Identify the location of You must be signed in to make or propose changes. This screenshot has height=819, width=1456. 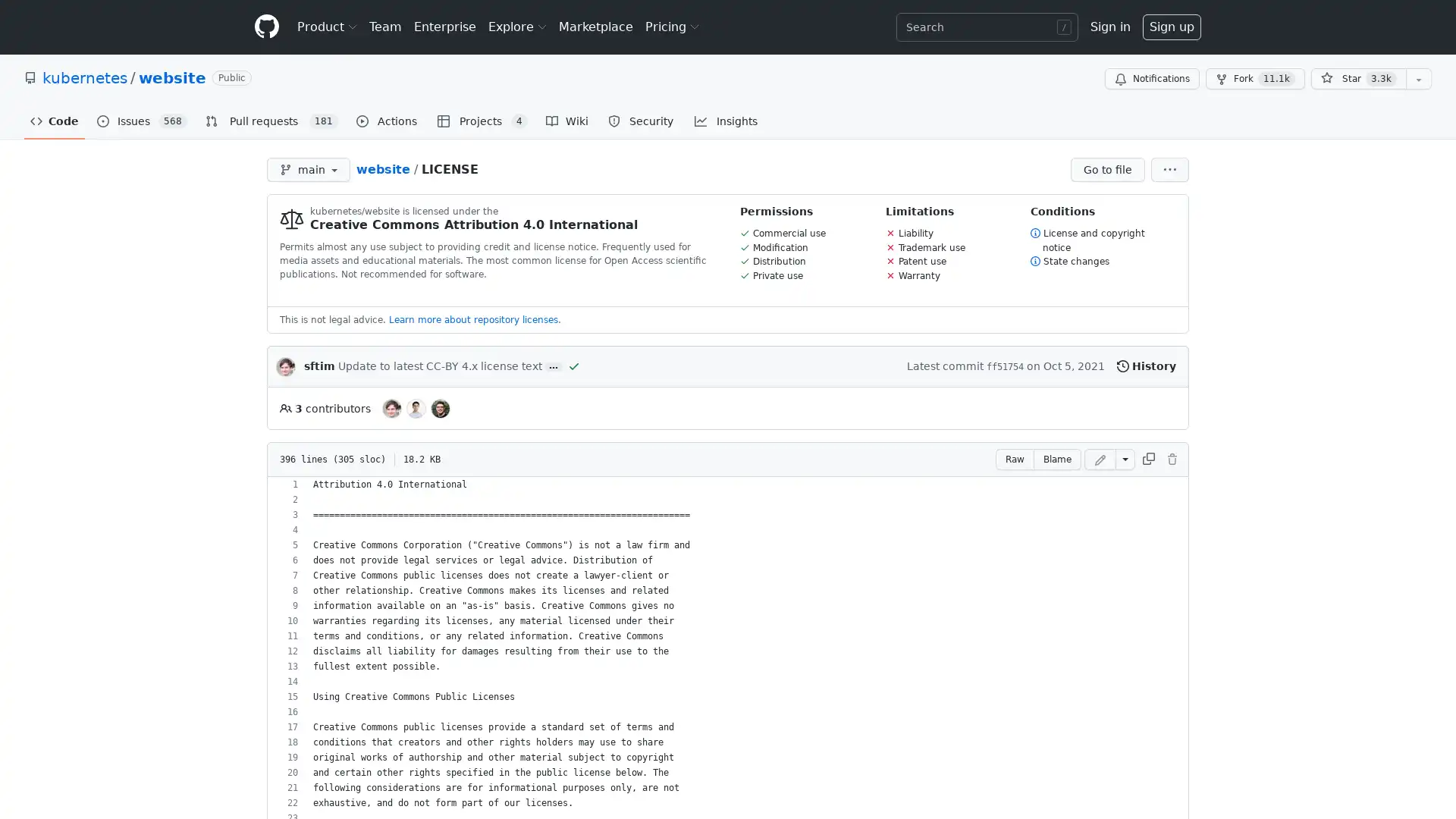
(1171, 458).